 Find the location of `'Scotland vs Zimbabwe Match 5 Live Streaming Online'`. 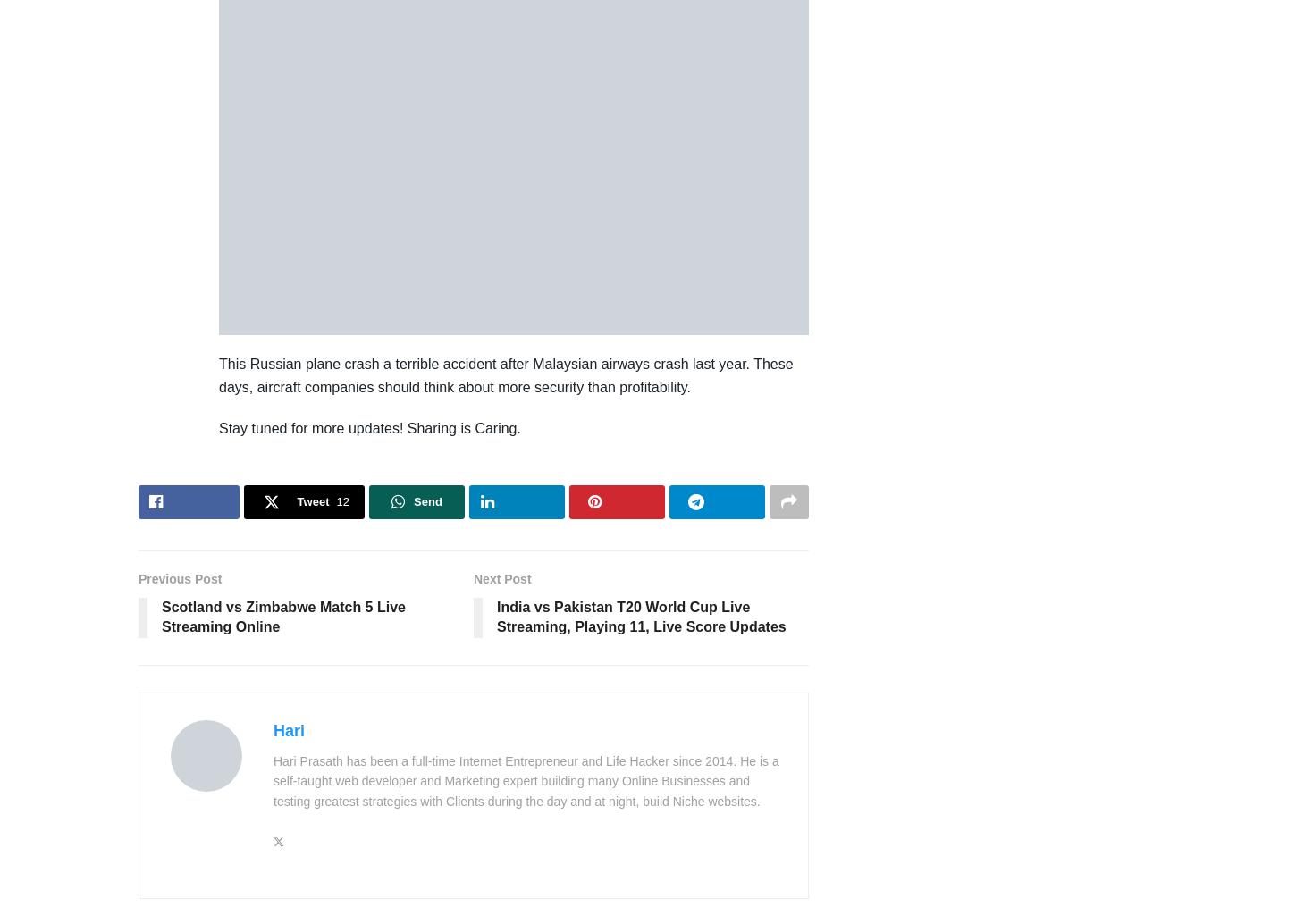

'Scotland vs Zimbabwe Match 5 Live Streaming Online' is located at coordinates (282, 617).